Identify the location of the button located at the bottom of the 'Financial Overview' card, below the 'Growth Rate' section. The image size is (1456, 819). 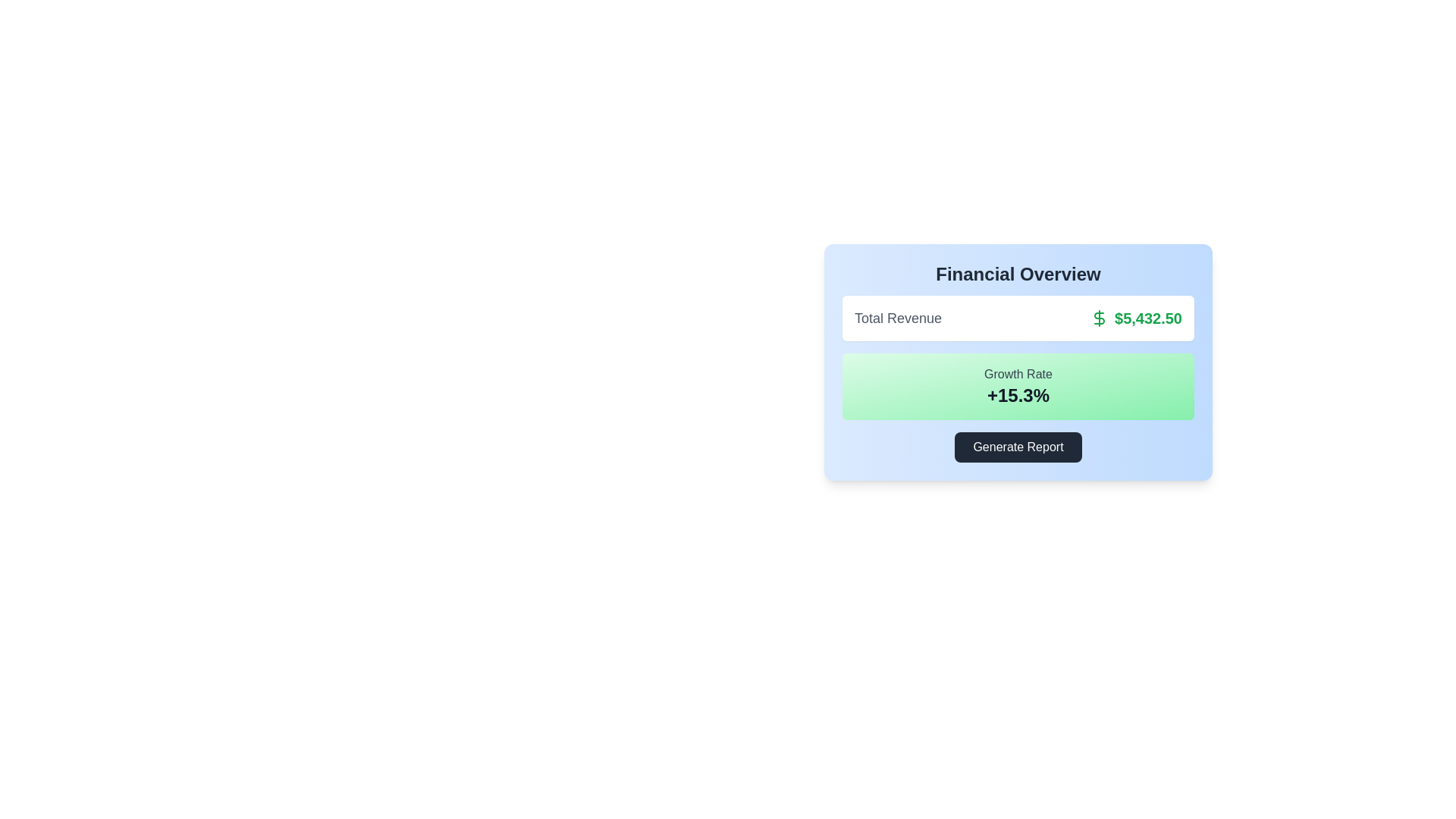
(1018, 447).